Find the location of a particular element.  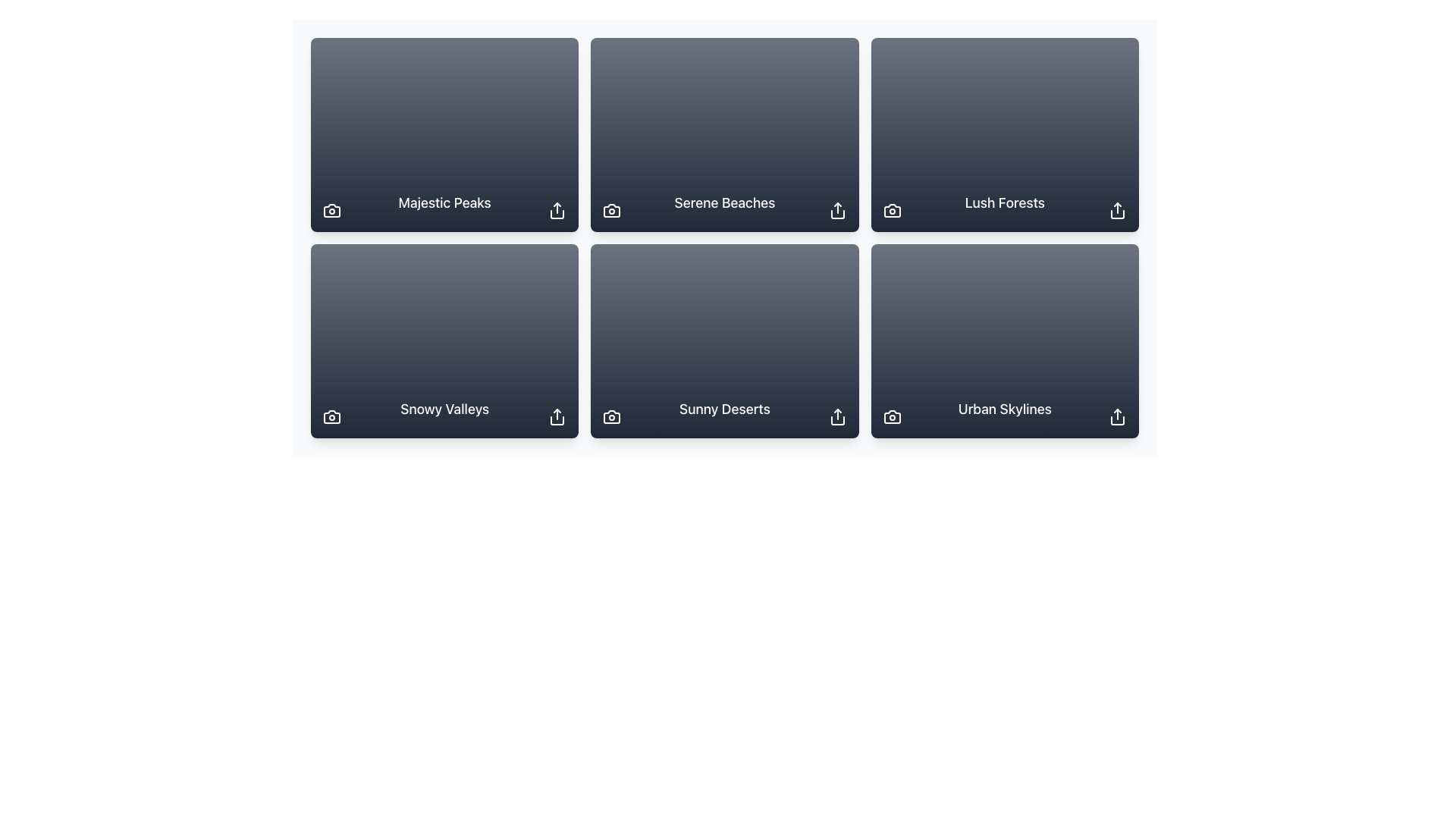

the share button located at the bottom-right corner of the 'Urban Skylines' card to initiate sharing options is located at coordinates (1117, 417).